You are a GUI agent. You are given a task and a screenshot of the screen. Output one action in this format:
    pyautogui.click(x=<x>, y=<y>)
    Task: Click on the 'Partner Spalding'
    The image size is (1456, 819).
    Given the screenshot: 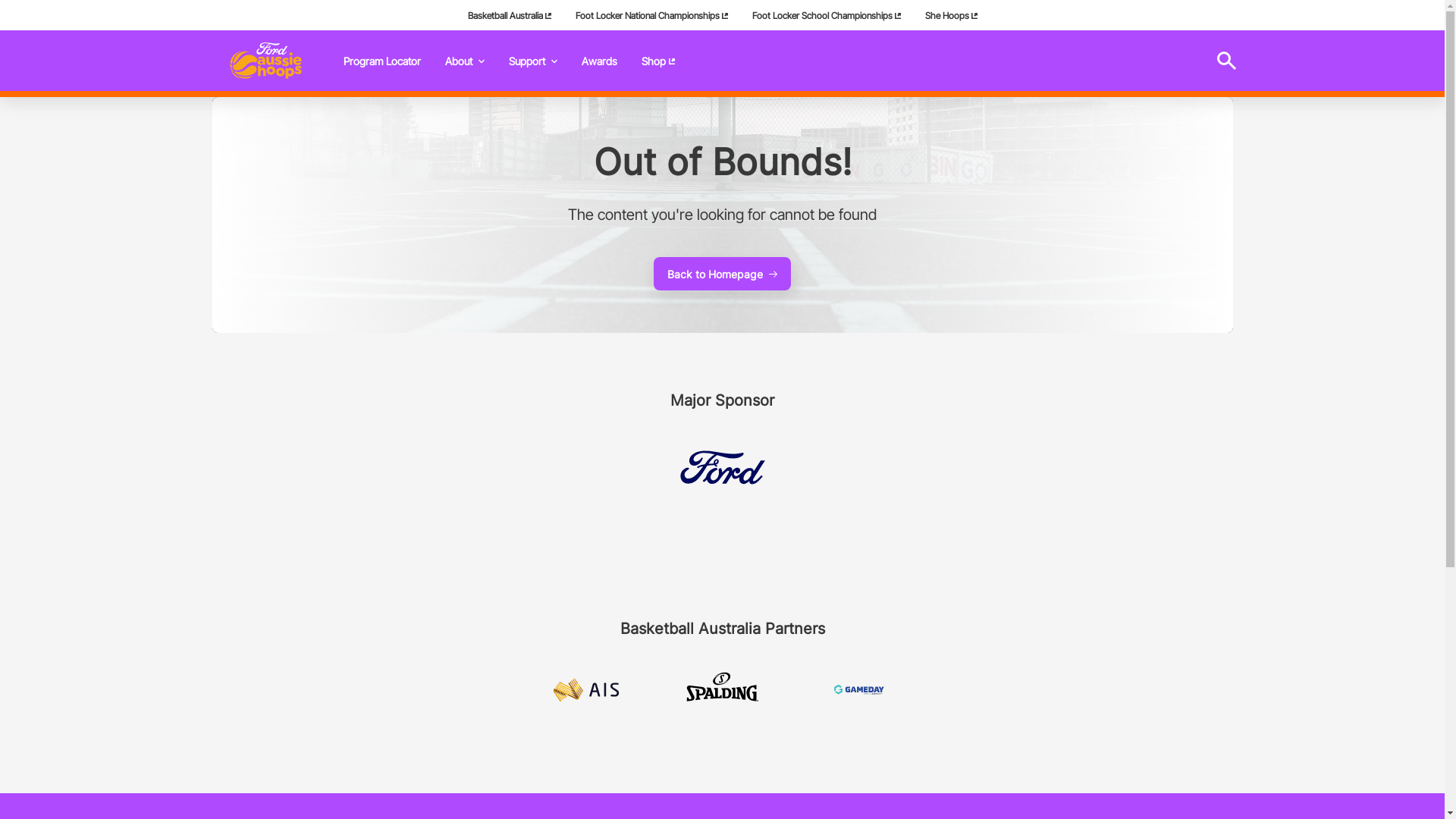 What is the action you would take?
    pyautogui.click(x=683, y=689)
    